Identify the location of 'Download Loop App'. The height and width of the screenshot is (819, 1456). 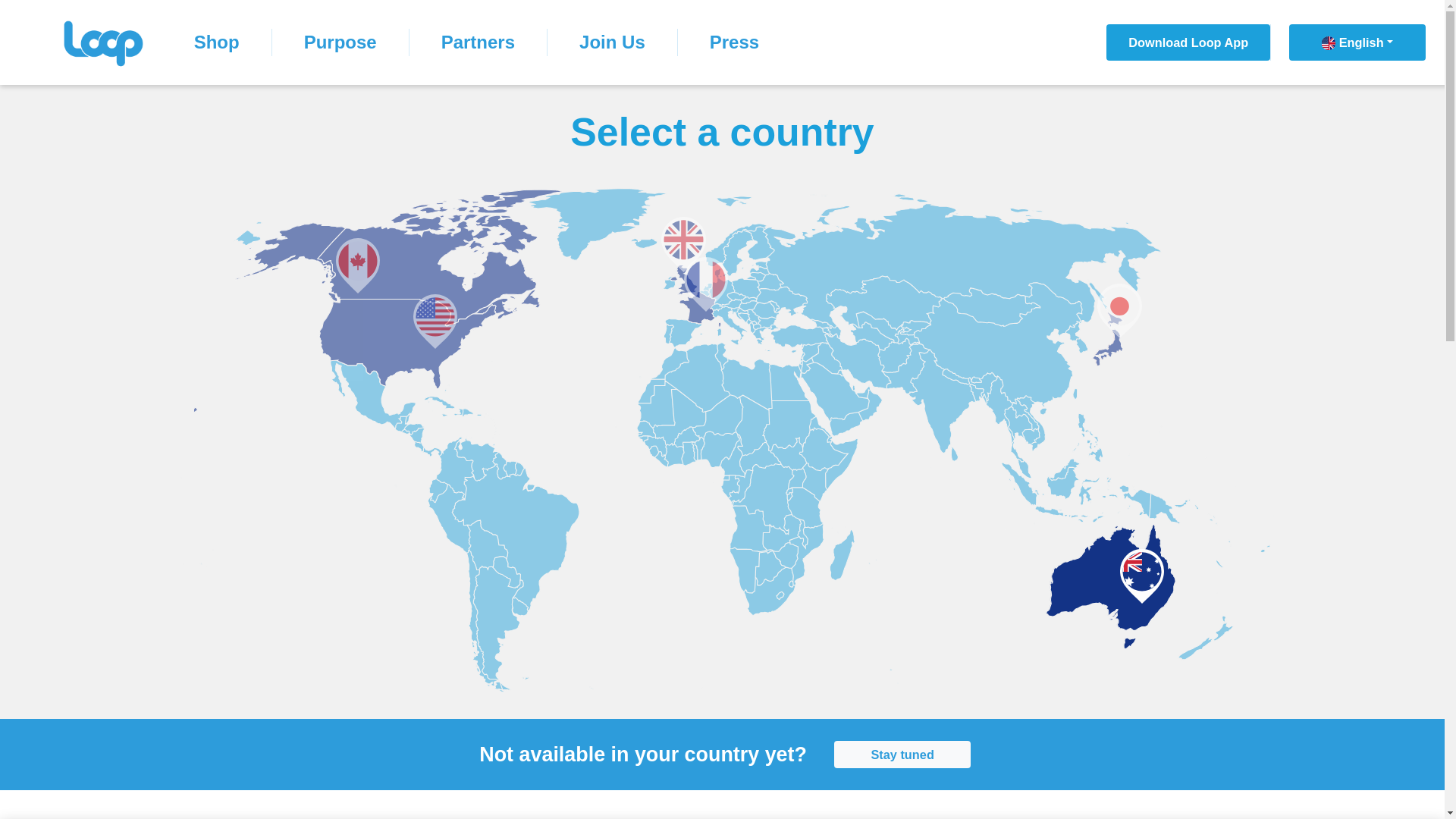
(1188, 42).